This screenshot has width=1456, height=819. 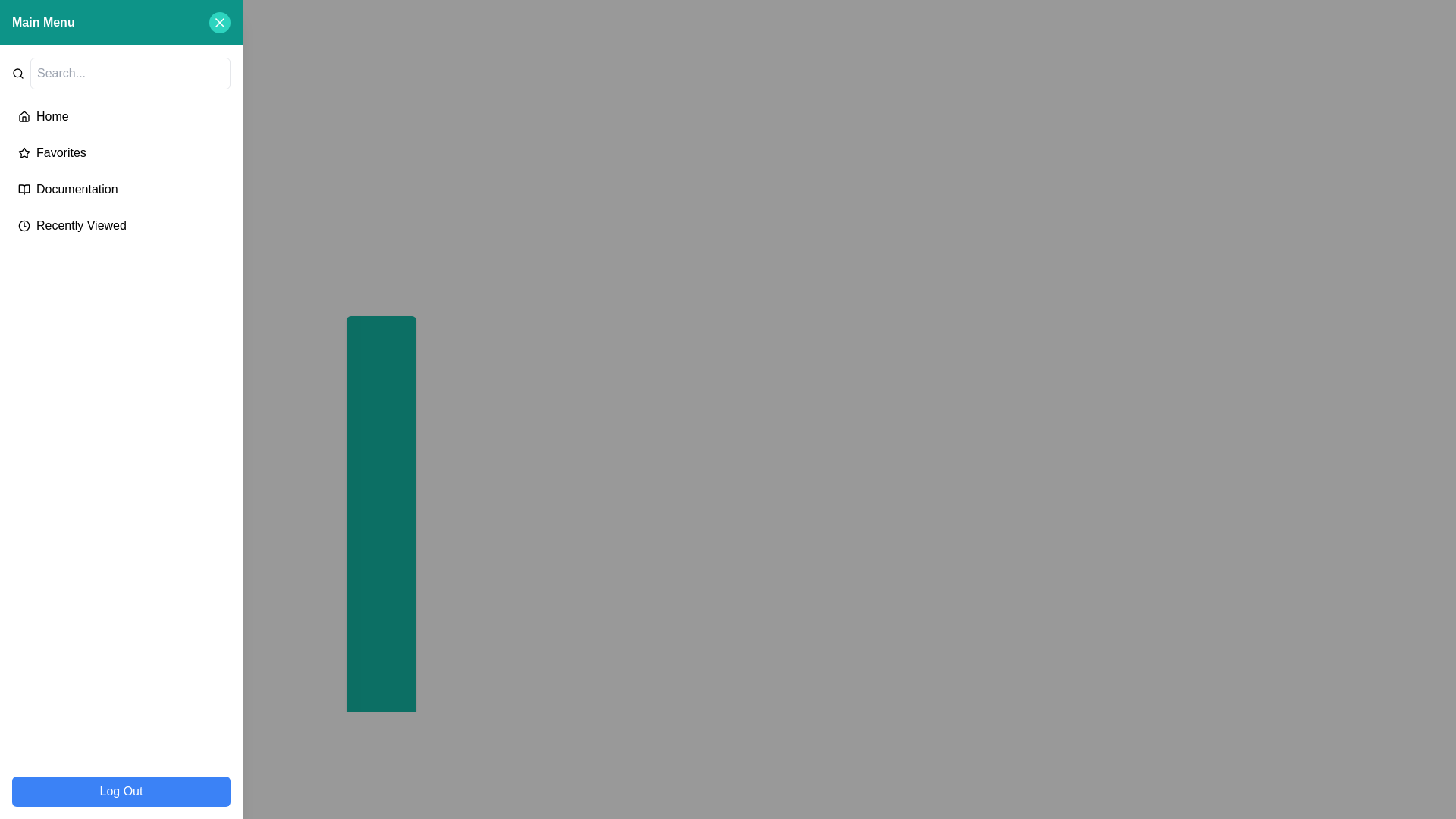 What do you see at coordinates (24, 115) in the screenshot?
I see `the house-shaped SVG icon located near the top left of the user interface, adjacent to the 'Home' text label in the navigation menu` at bounding box center [24, 115].